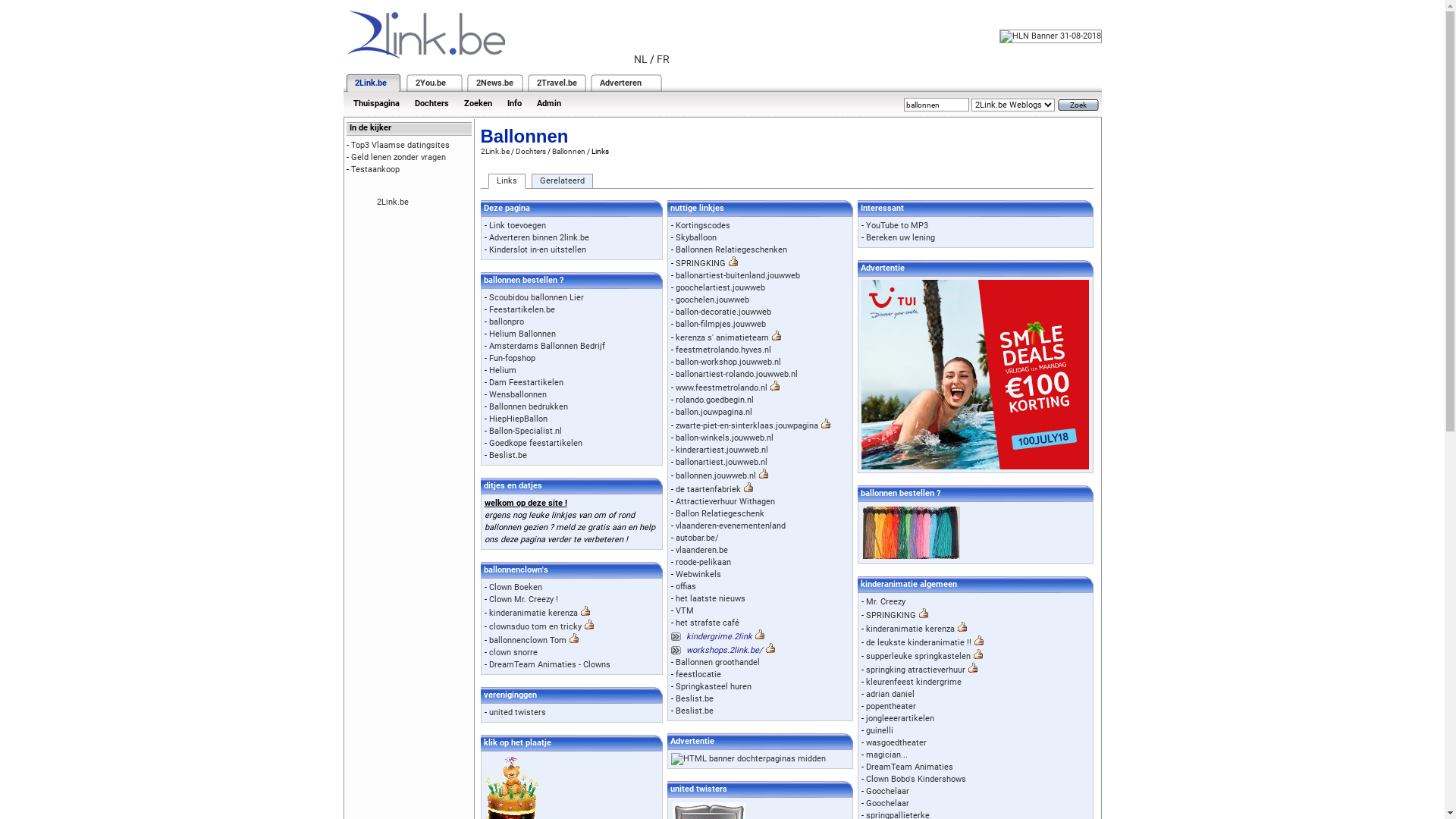  I want to click on 'supperleuke springkastelen', so click(866, 655).